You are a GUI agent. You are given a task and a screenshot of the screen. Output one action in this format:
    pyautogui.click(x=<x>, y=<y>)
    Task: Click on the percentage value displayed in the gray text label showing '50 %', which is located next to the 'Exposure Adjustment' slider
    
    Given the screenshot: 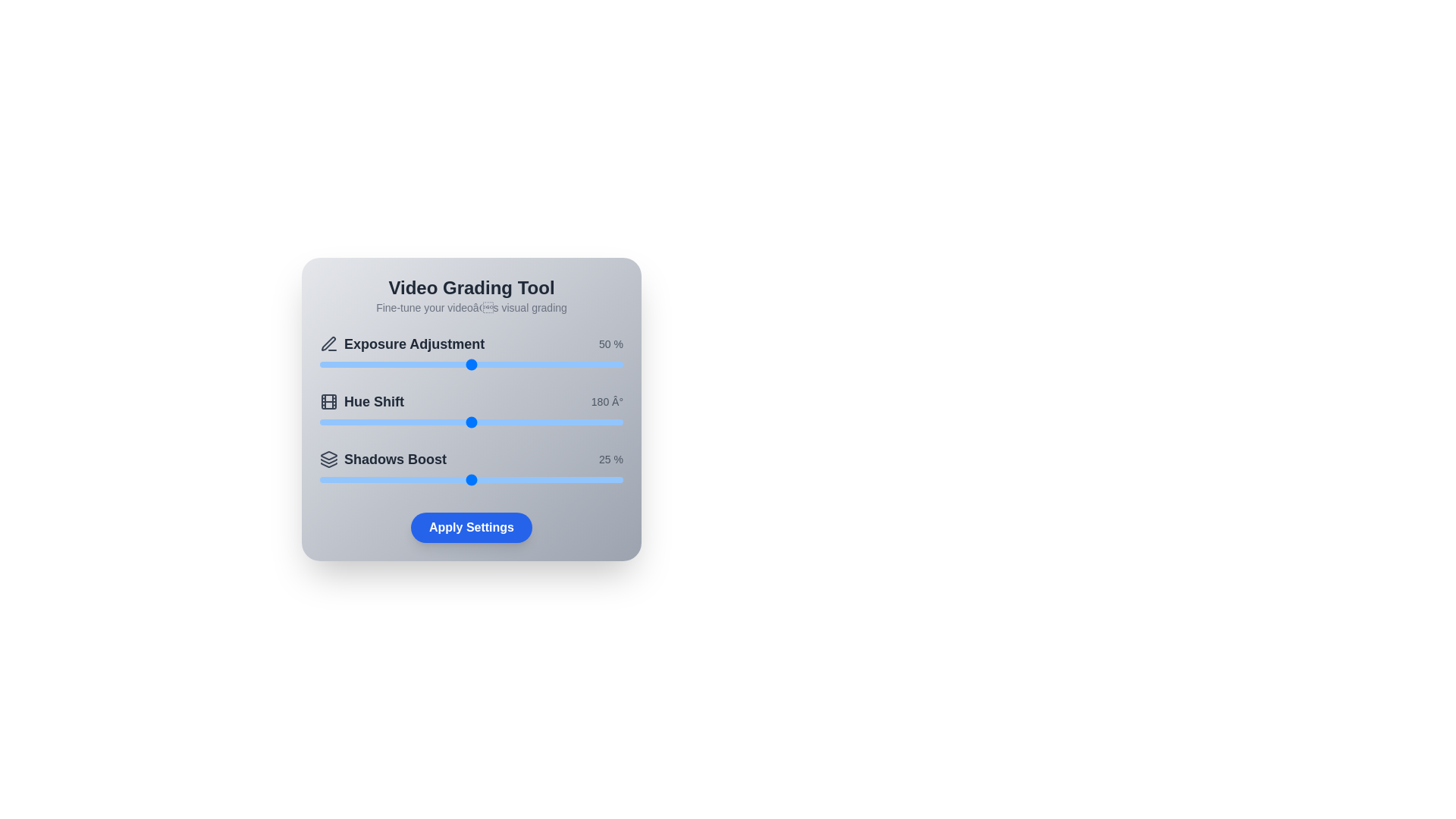 What is the action you would take?
    pyautogui.click(x=611, y=344)
    